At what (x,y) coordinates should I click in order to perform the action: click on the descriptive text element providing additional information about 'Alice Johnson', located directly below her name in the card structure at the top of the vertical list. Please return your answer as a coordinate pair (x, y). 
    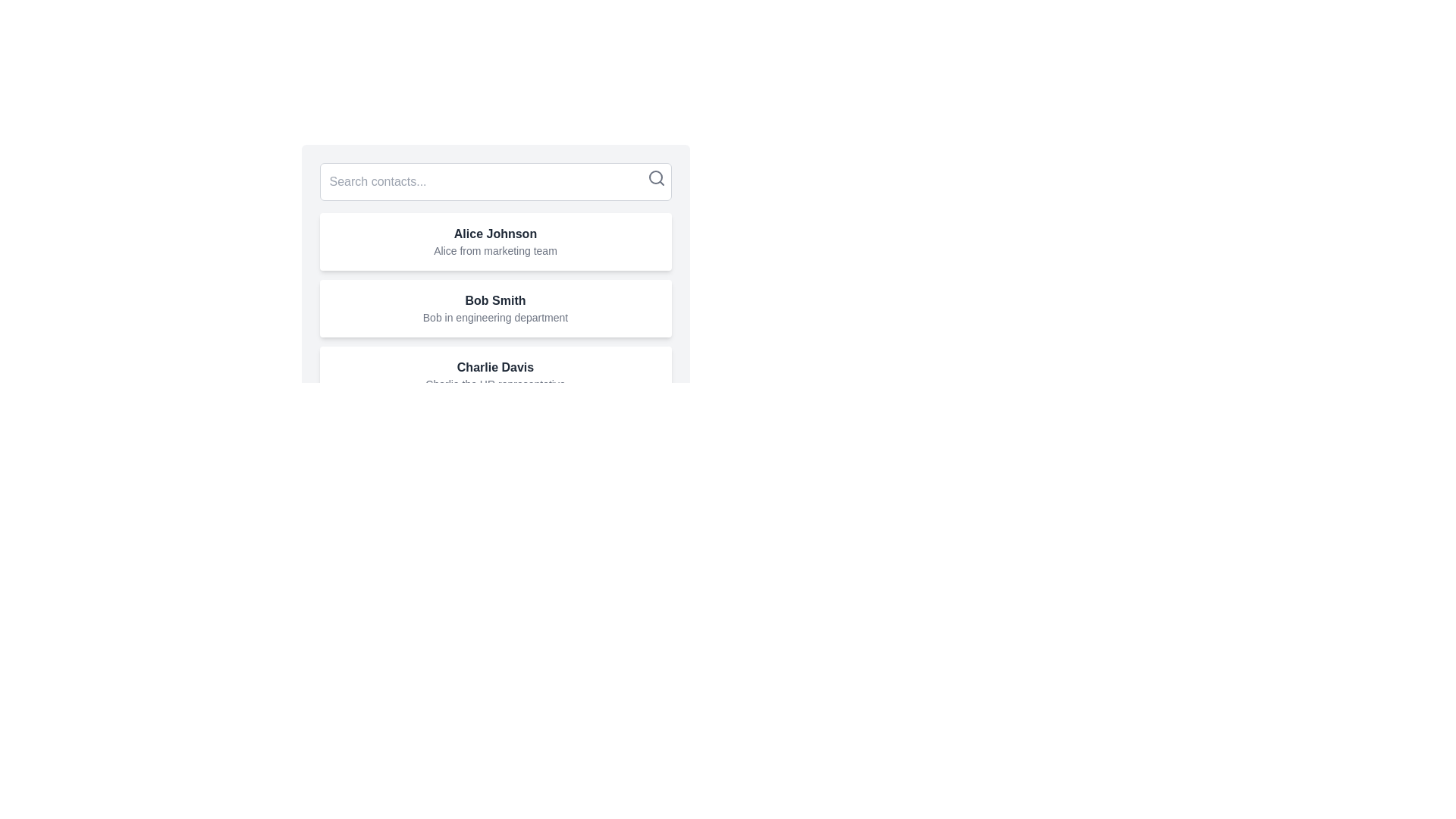
    Looking at the image, I should click on (495, 250).